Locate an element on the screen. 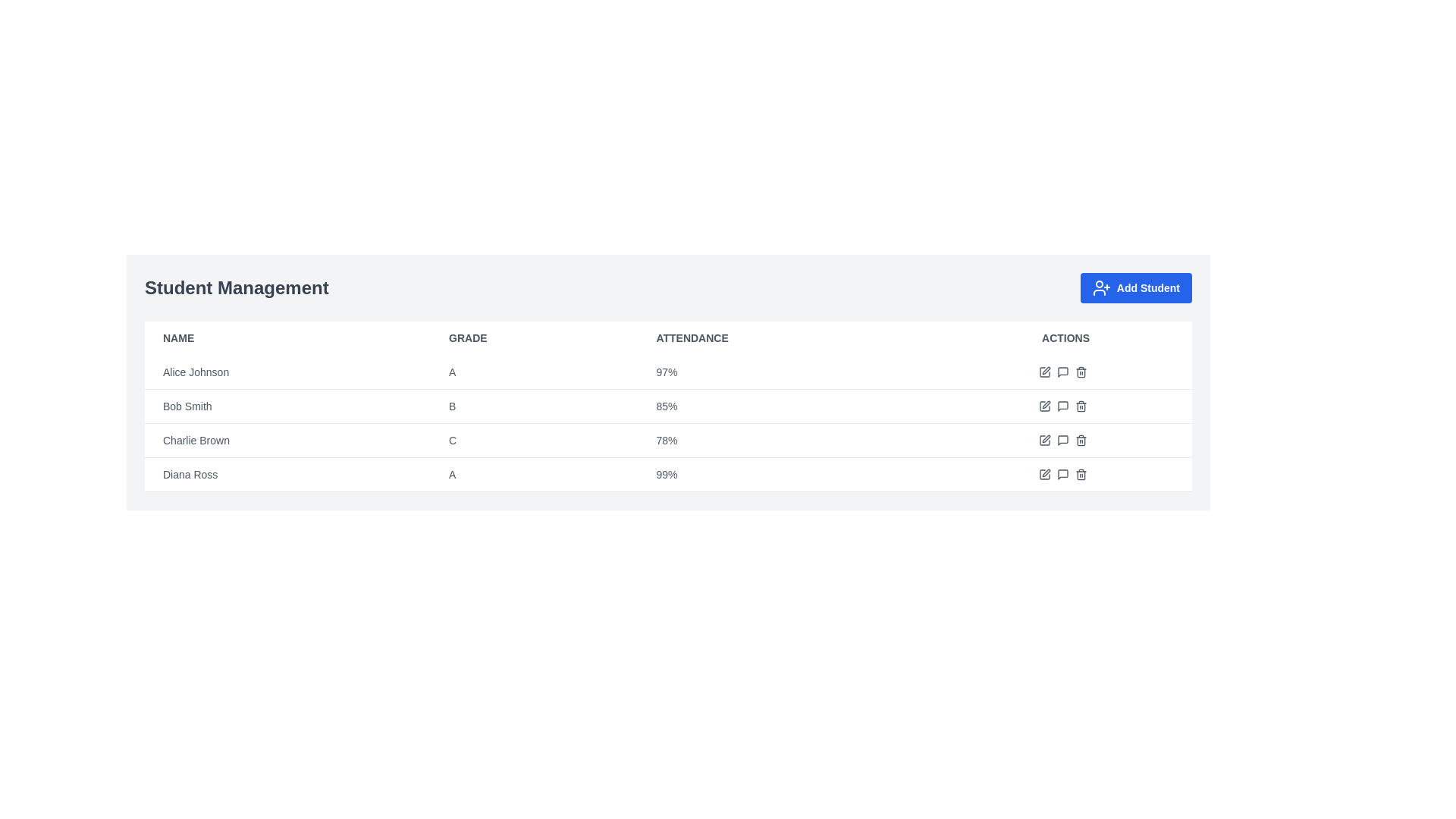  the pen icon button in the 'Actions' column of the second row of the 'Student Management' table to initiate an edit action is located at coordinates (1043, 406).